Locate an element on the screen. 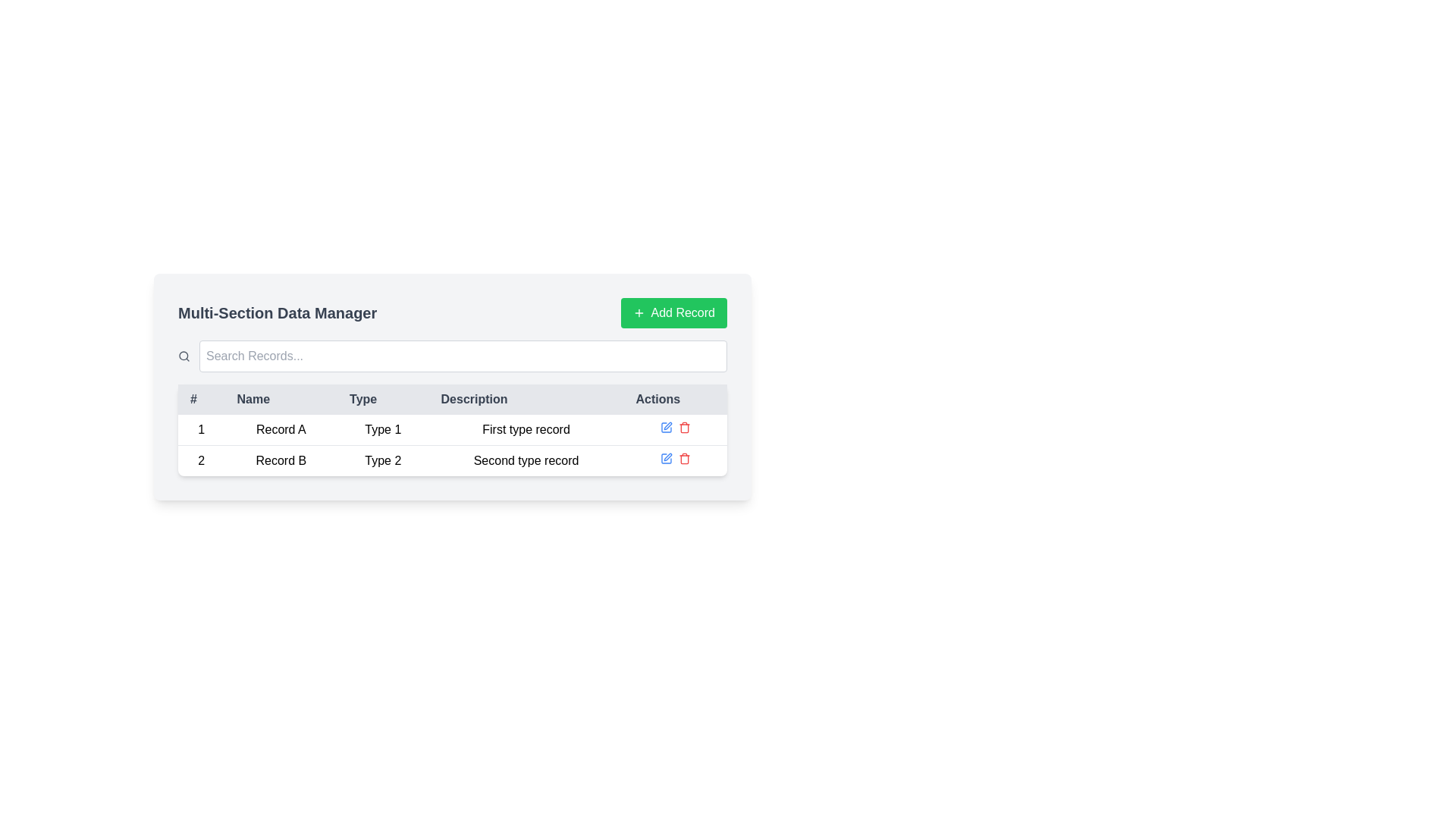 This screenshot has height=819, width=1456. the icon located within the 'Add Record' button is located at coordinates (639, 312).